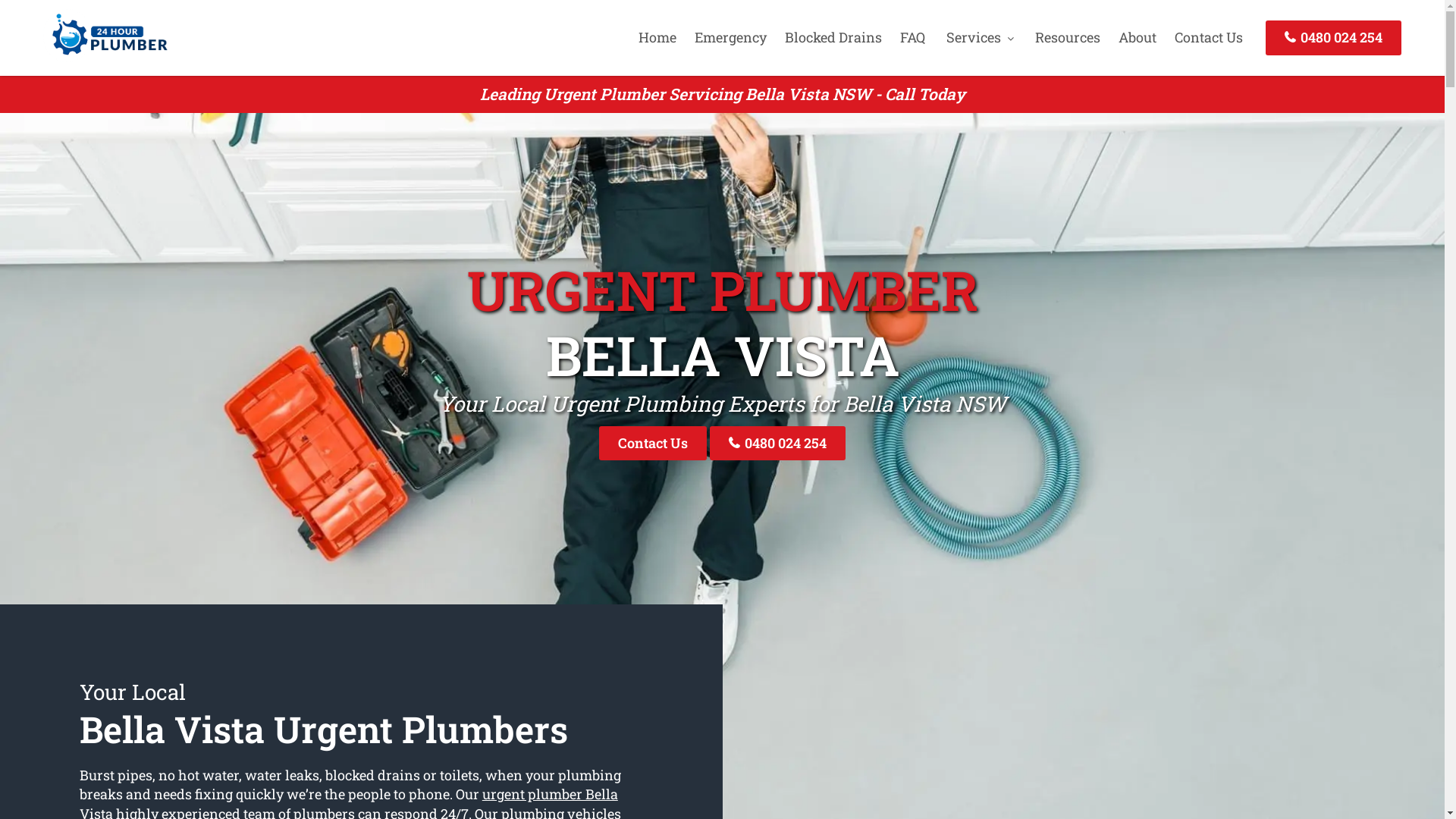 This screenshot has width=1456, height=819. I want to click on 'Blocked Drains', so click(833, 36).